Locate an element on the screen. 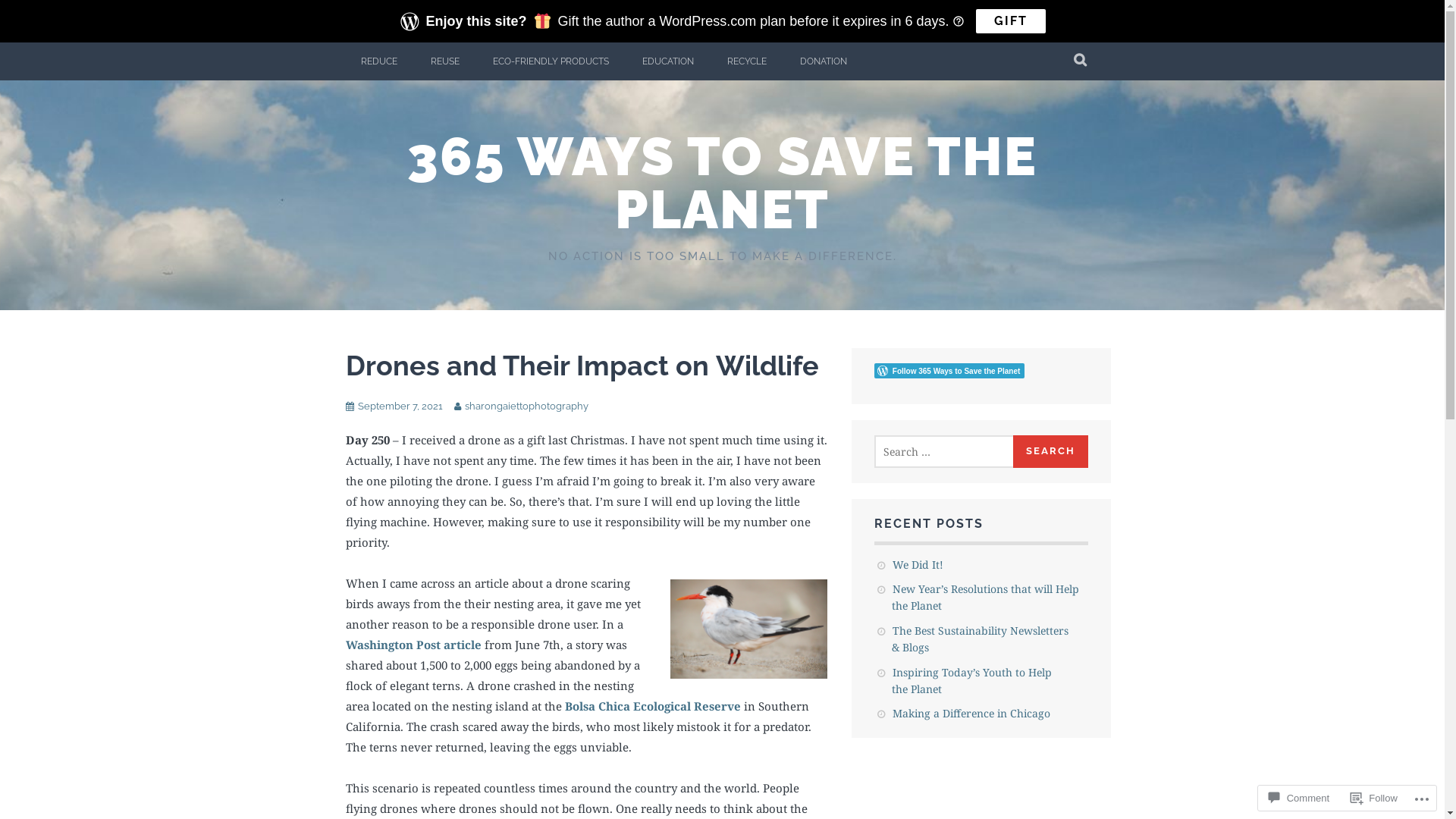 The image size is (1456, 819). 'sharongaiettophotography' is located at coordinates (526, 405).